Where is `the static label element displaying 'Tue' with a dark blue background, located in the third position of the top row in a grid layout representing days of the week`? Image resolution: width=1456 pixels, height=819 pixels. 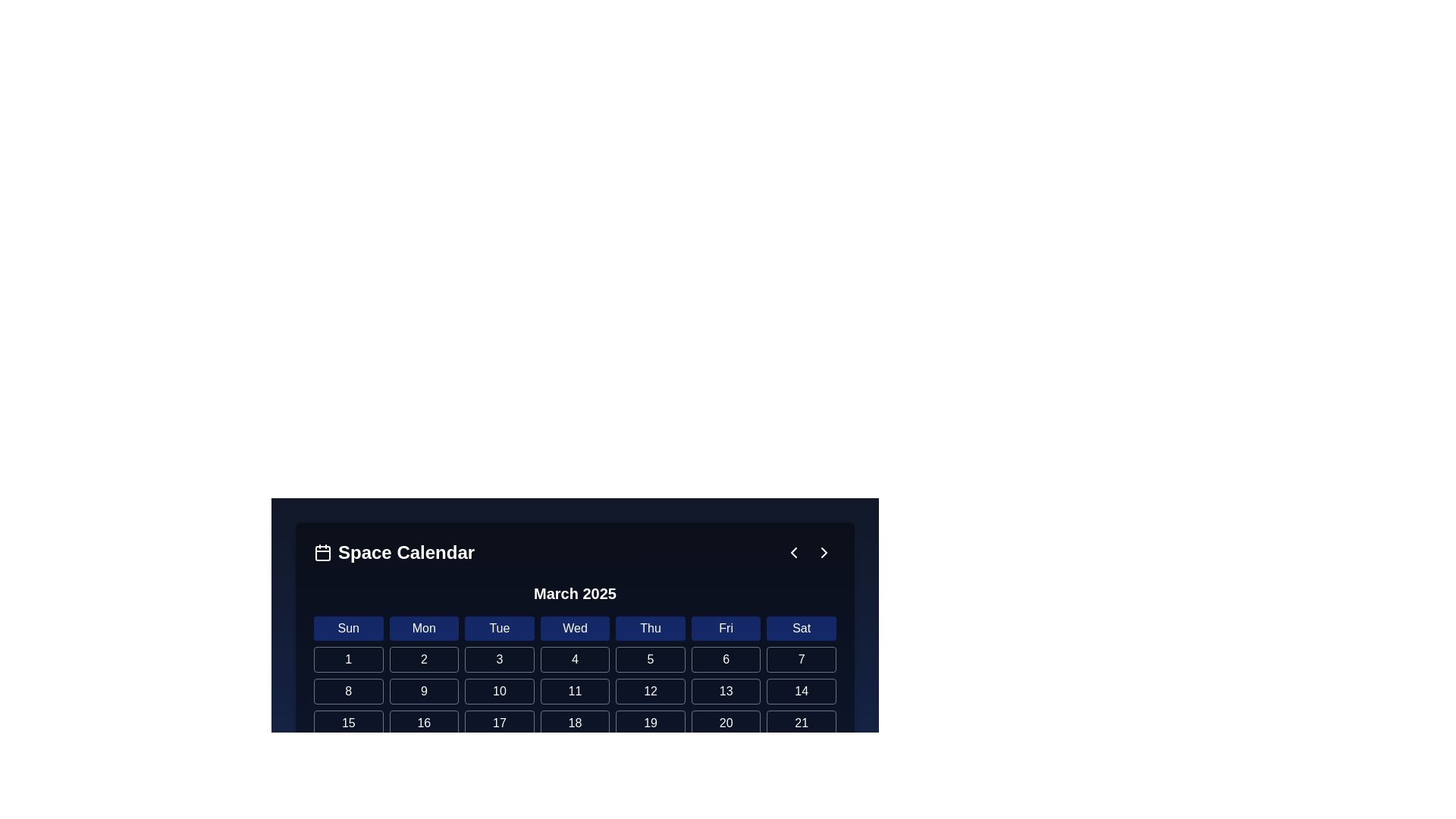
the static label element displaying 'Tue' with a dark blue background, located in the third position of the top row in a grid layout representing days of the week is located at coordinates (499, 629).